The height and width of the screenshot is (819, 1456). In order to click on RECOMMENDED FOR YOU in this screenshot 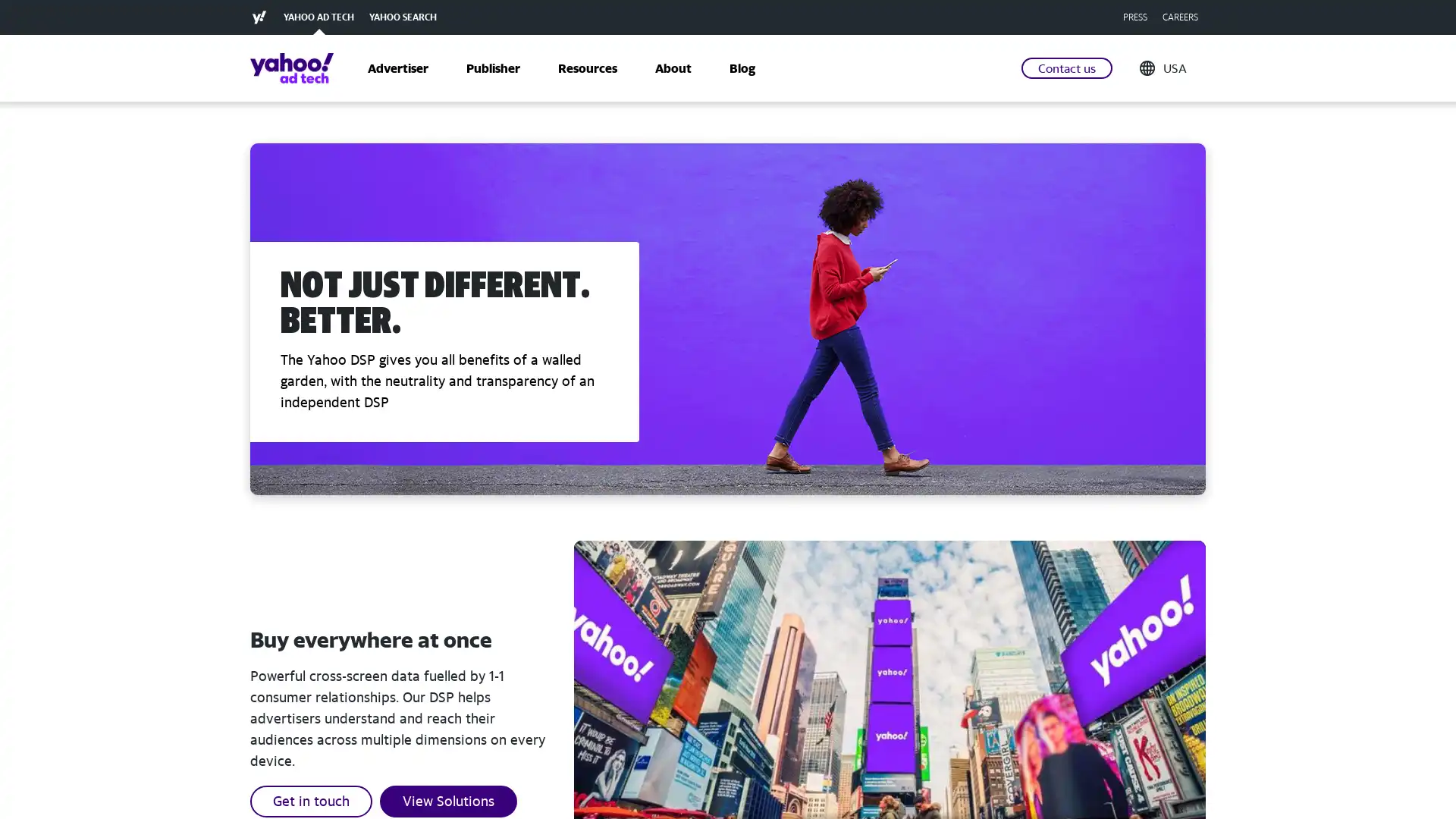, I will do `click(1145, 599)`.